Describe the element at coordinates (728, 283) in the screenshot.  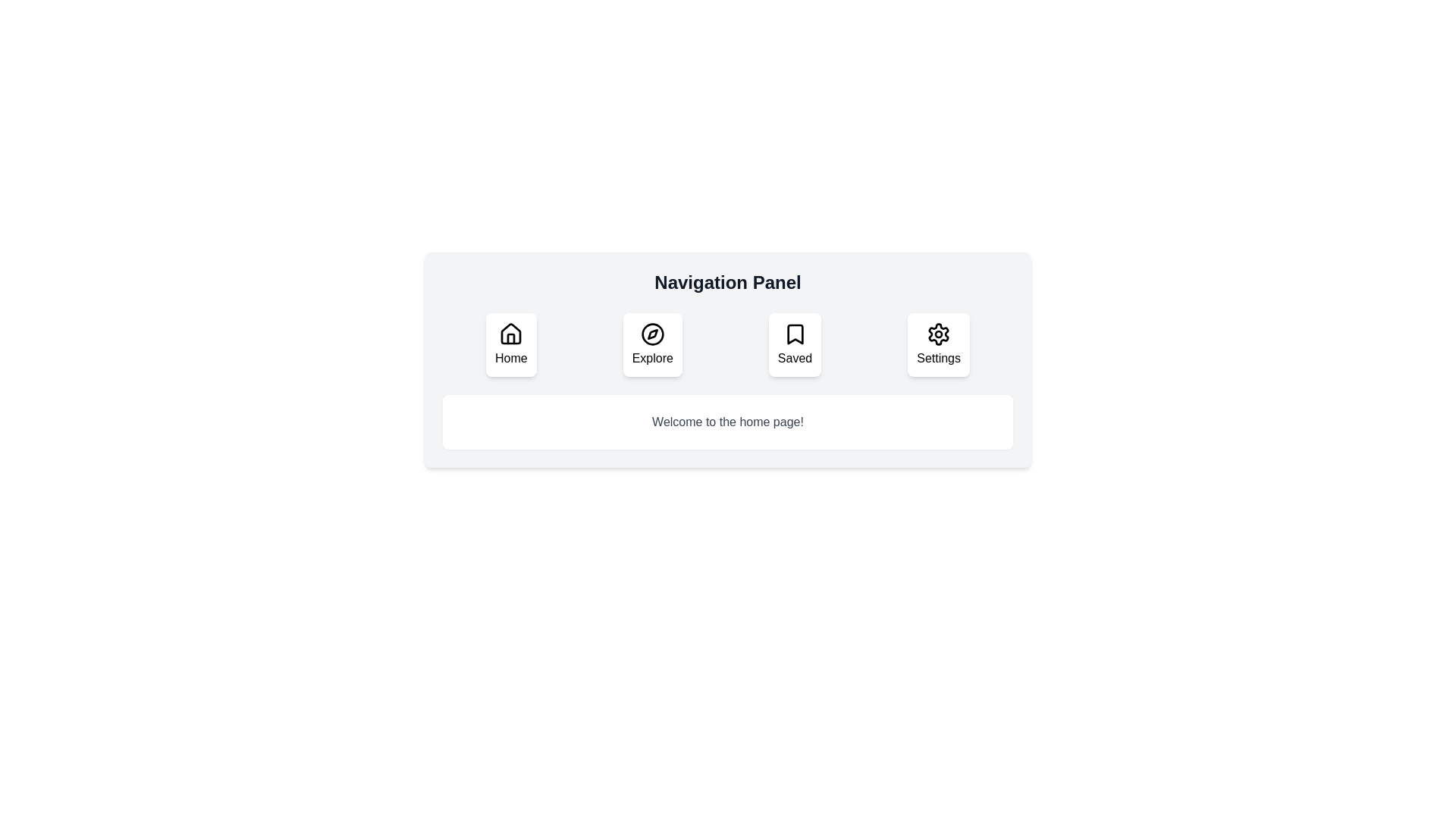
I see `the Static text header displaying 'Navigation Panel', which is styled in bold and centered within its light gray background, positioned above navigation buttons` at that location.